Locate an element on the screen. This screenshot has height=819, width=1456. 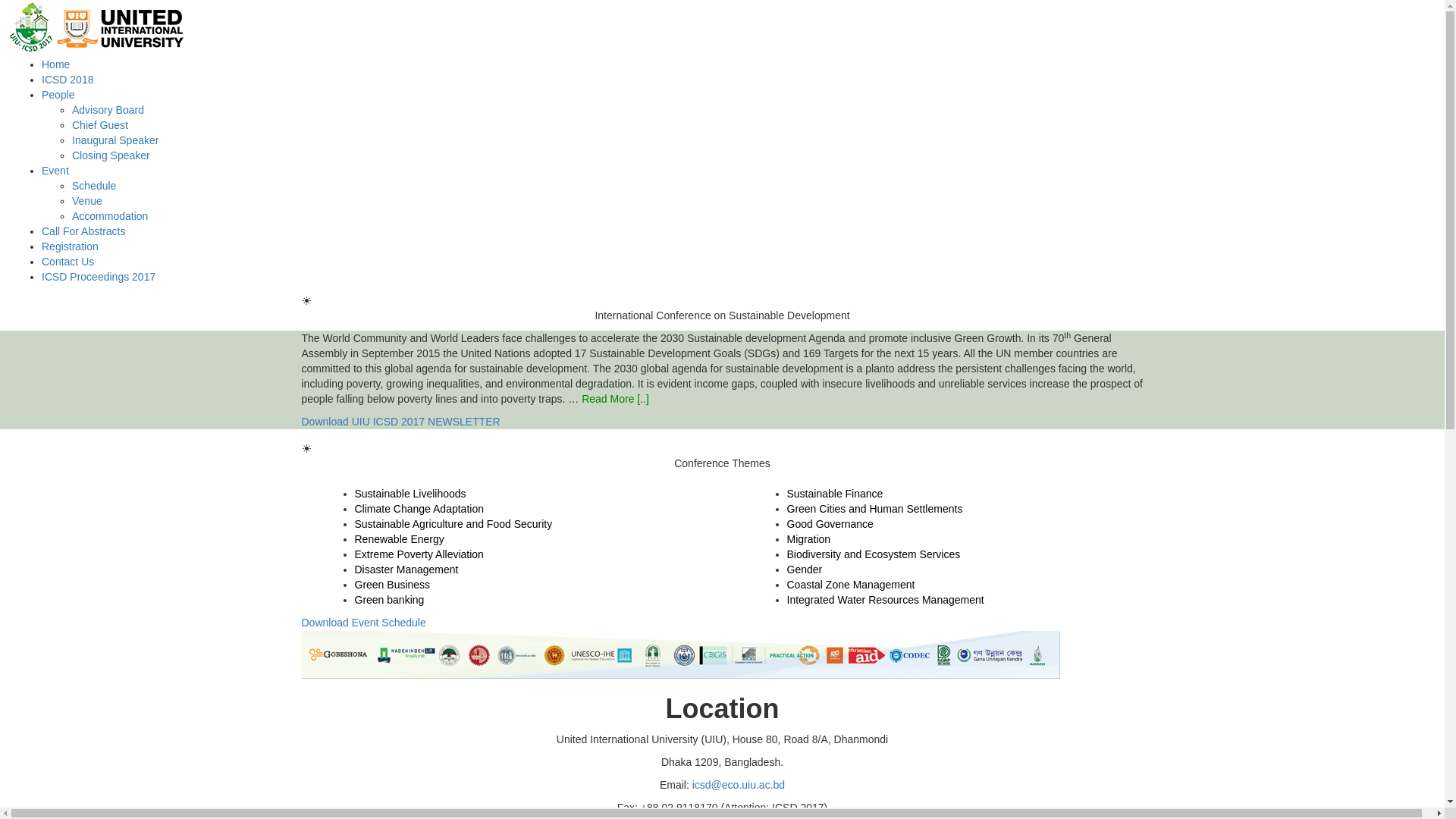
'Closing Speaker' is located at coordinates (110, 155).